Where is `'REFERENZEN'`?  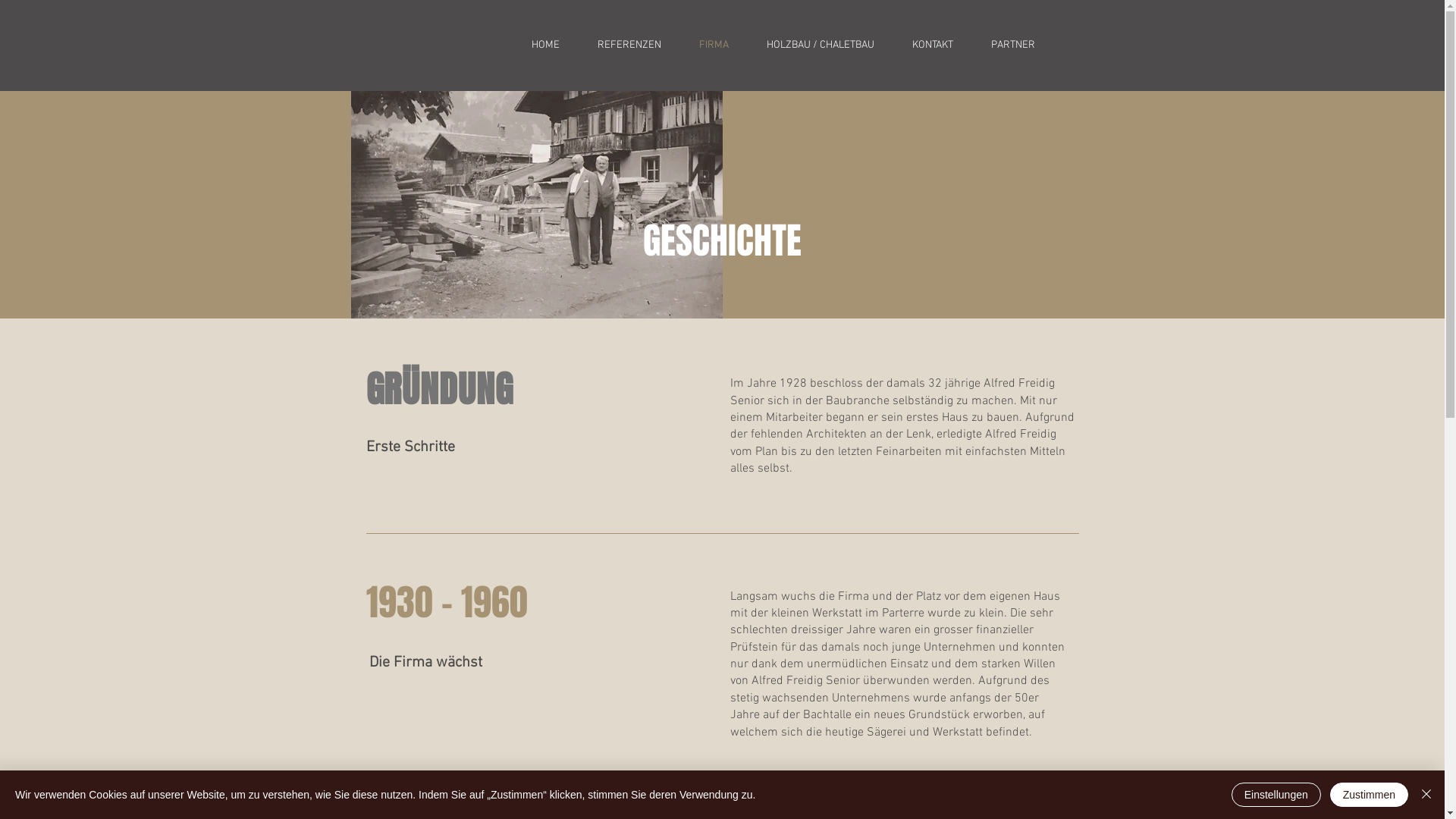 'REFERENZEN' is located at coordinates (577, 45).